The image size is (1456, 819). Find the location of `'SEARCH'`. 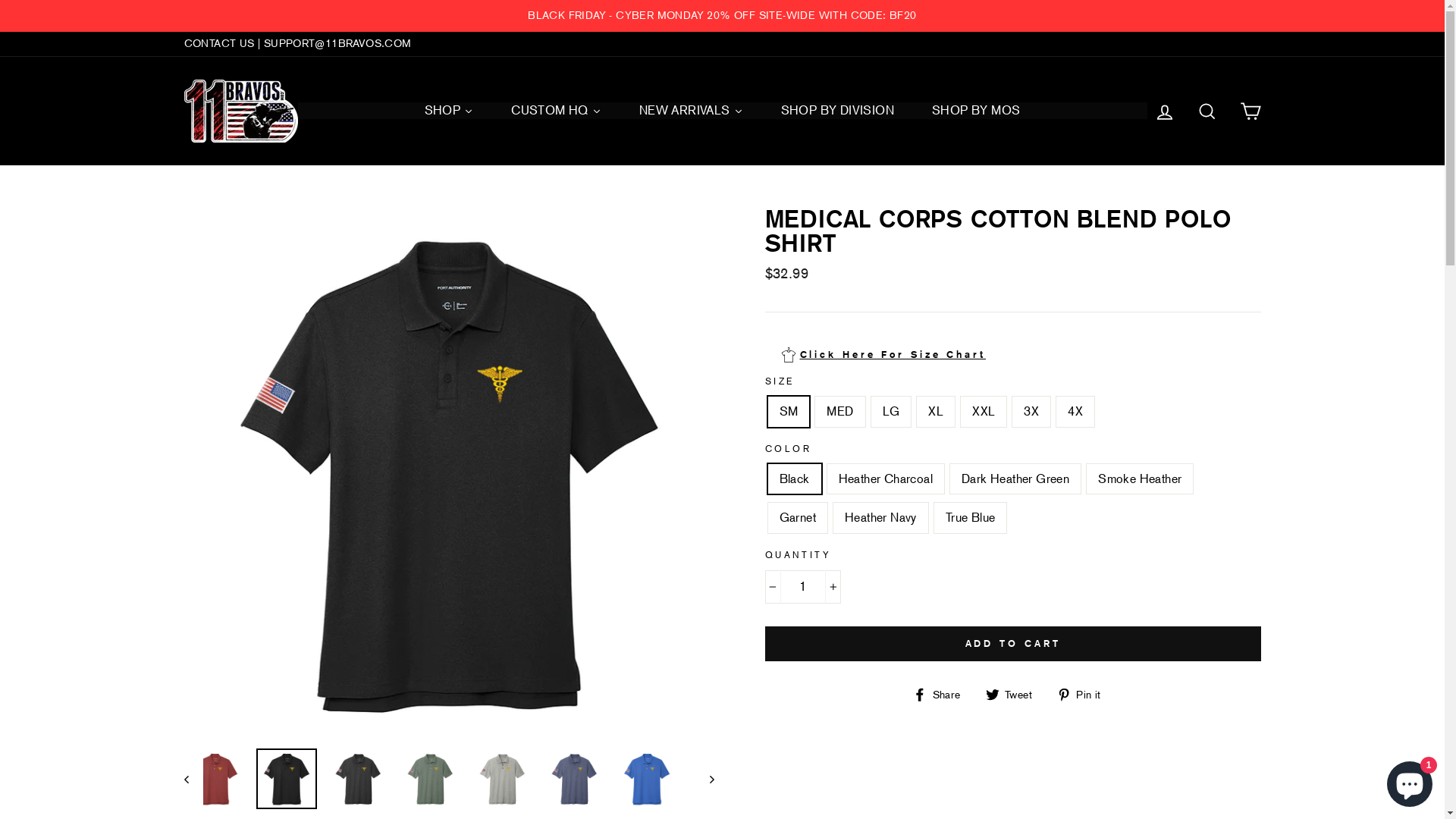

'SEARCH' is located at coordinates (1207, 110).